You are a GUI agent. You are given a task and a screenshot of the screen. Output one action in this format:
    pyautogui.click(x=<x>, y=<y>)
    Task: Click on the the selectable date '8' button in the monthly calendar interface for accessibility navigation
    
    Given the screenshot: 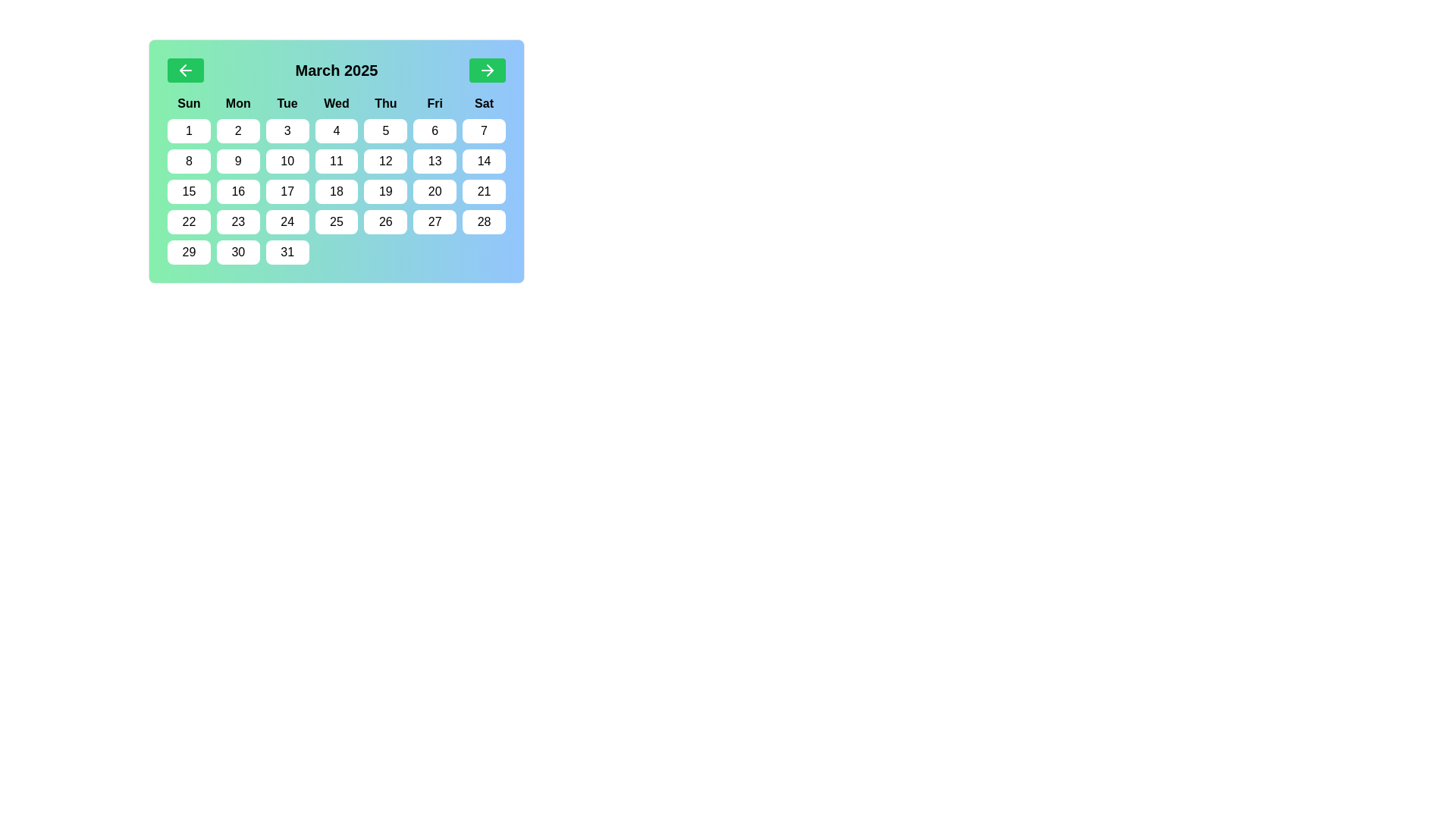 What is the action you would take?
    pyautogui.click(x=188, y=161)
    